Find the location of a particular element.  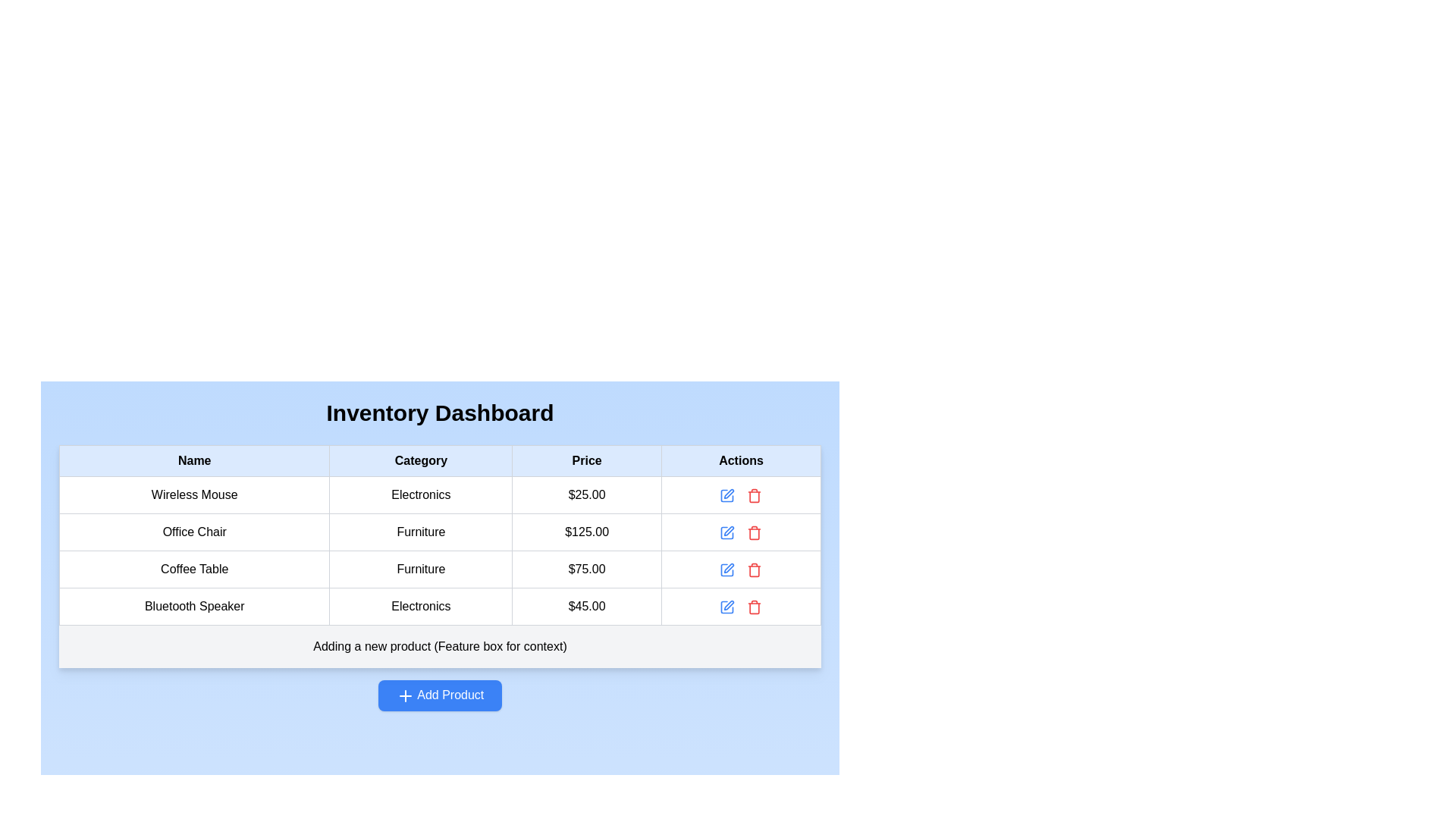

the blue edit icon styled as a pen located in the 'Actions' column of the third row in the table to initiate editing is located at coordinates (726, 570).